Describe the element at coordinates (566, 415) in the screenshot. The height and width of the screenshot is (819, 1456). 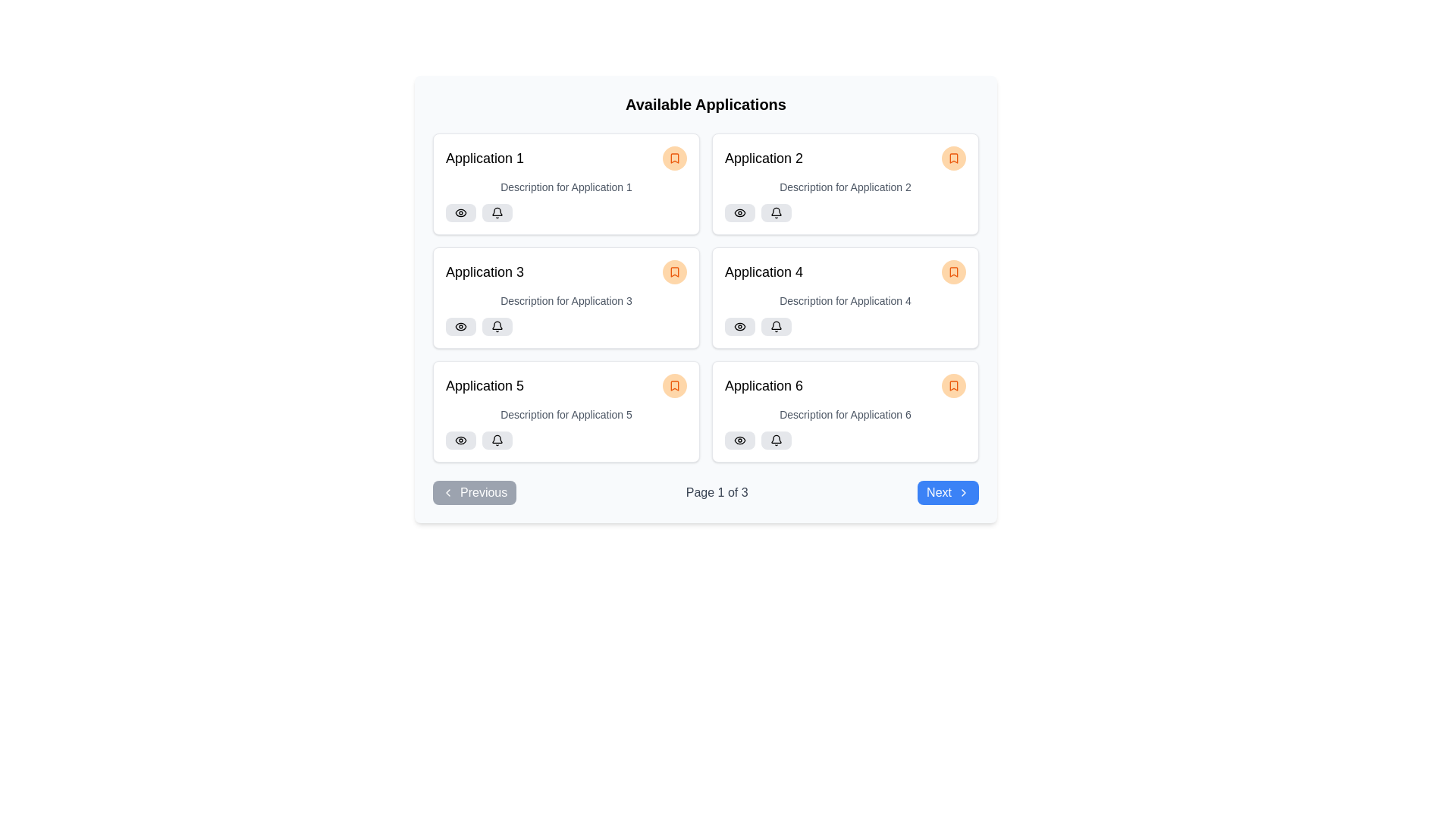
I see `the text label displaying additional descriptive information for 'Application 5', which is located under its title within a rounded, shadowed white card in the bottom left section of the layout` at that location.